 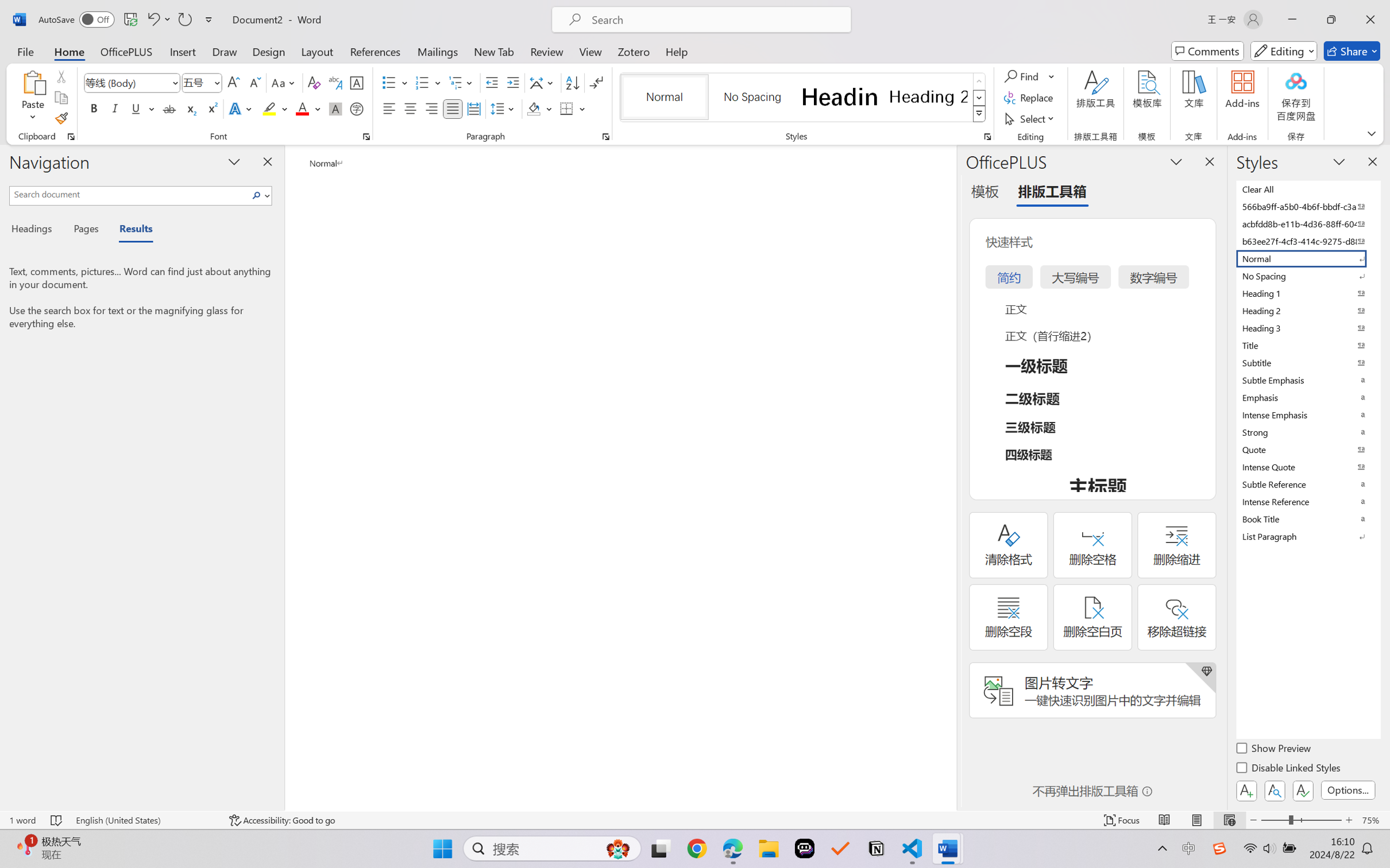 What do you see at coordinates (25, 847) in the screenshot?
I see `'AutomationID: BadgeAnchorLargeTicker'` at bounding box center [25, 847].